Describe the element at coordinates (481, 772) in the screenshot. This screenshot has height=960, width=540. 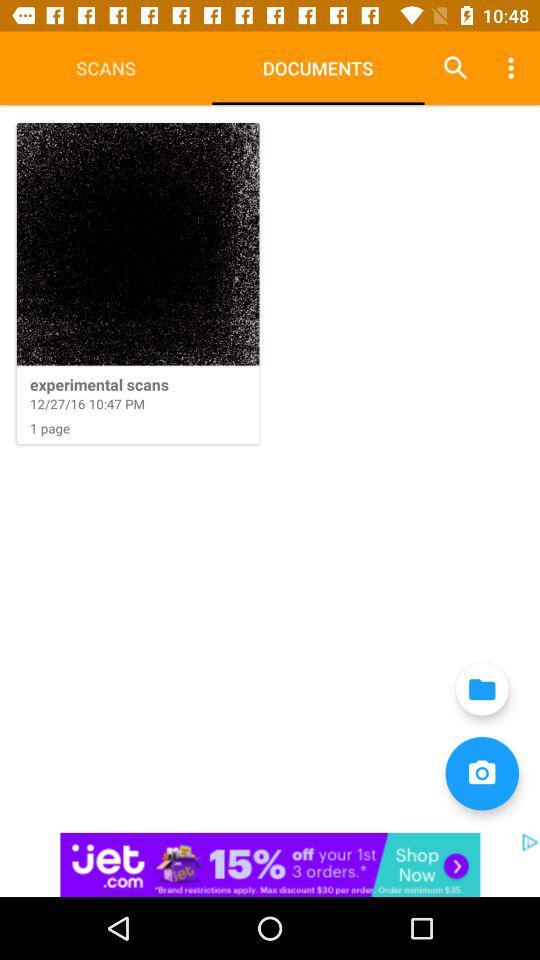
I see `the photo icon` at that location.